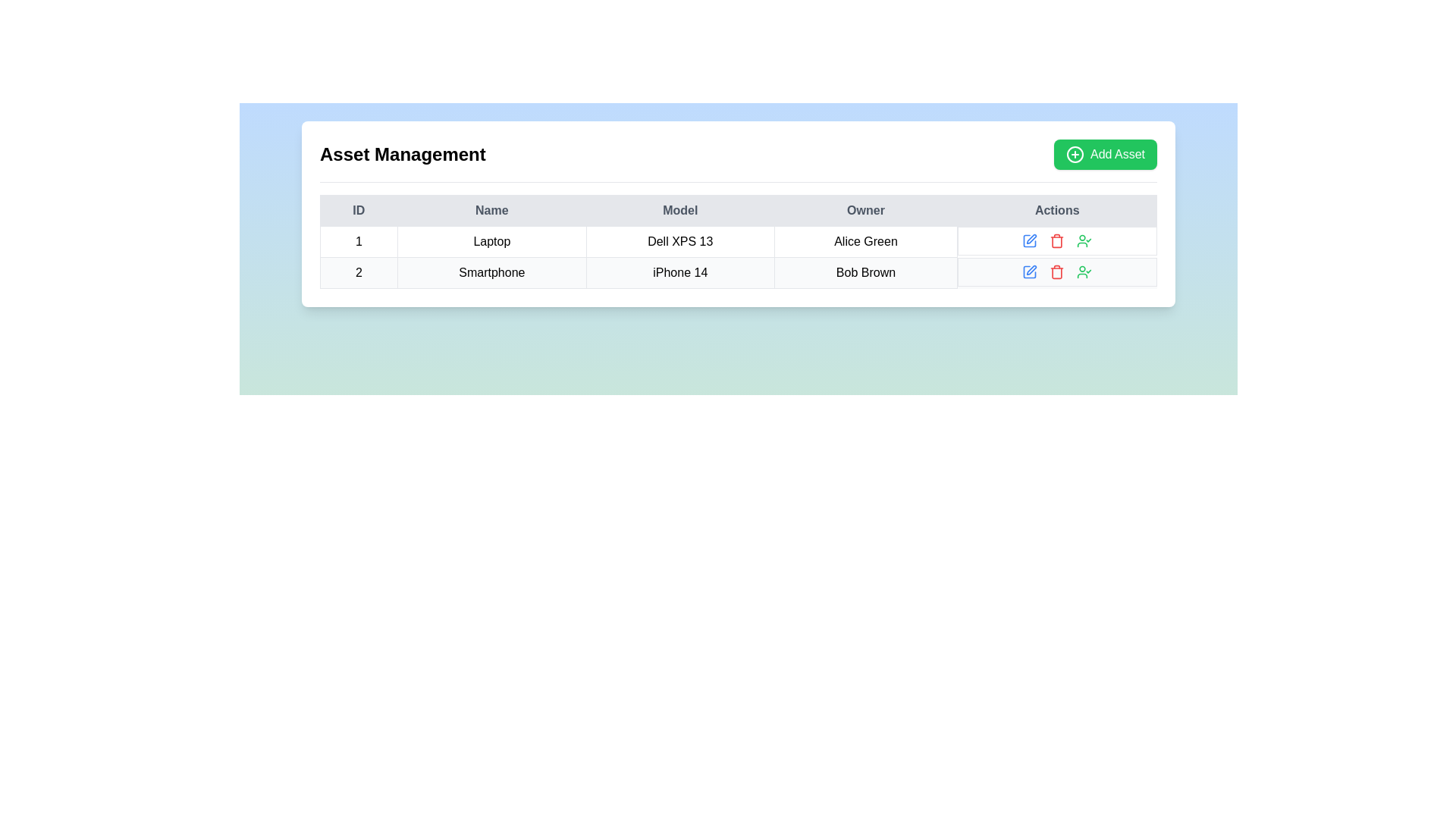 This screenshot has height=819, width=1456. What do you see at coordinates (491, 271) in the screenshot?
I see `the label displaying the name 'Smartphone' in the second row of the grid-like table layout under the 'Name' column` at bounding box center [491, 271].